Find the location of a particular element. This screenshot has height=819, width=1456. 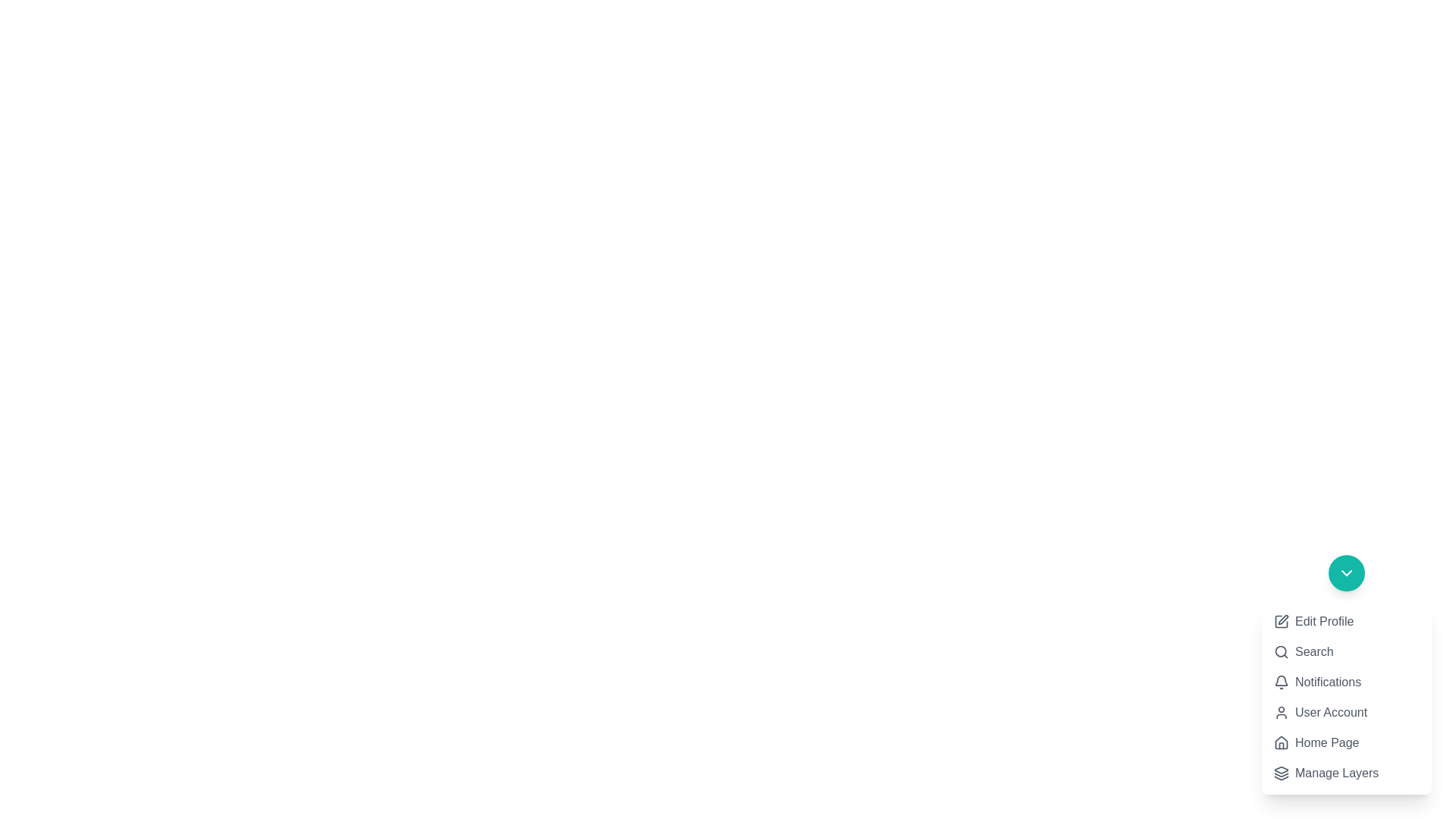

'Search' text label, which is a medium-sized gray font located next to the magnifying glass icon in the dropdown menu is located at coordinates (1313, 651).